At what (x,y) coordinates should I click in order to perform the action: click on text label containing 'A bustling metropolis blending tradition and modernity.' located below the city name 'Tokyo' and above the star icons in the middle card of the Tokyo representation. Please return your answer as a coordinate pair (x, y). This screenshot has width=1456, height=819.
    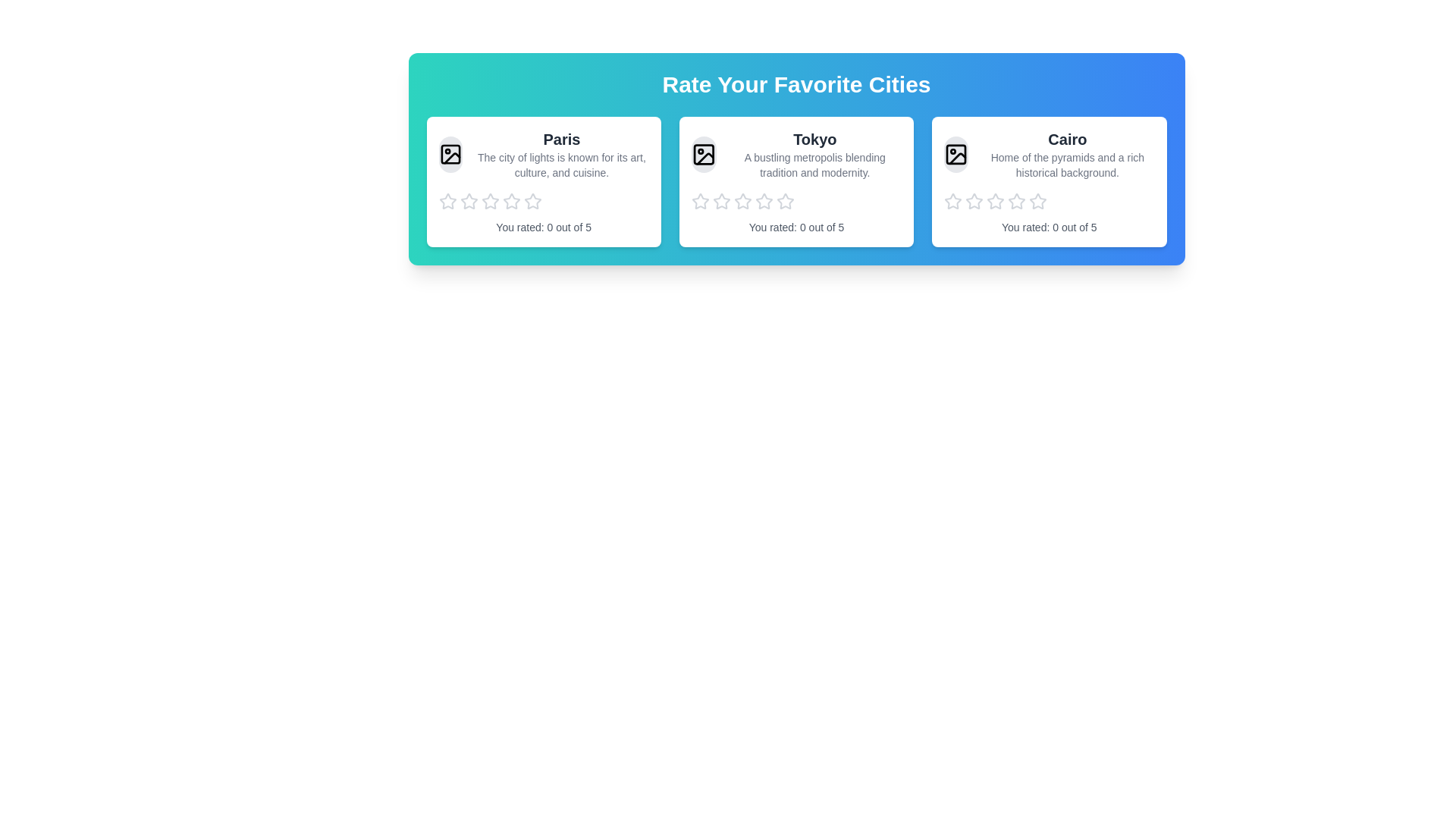
    Looking at the image, I should click on (814, 165).